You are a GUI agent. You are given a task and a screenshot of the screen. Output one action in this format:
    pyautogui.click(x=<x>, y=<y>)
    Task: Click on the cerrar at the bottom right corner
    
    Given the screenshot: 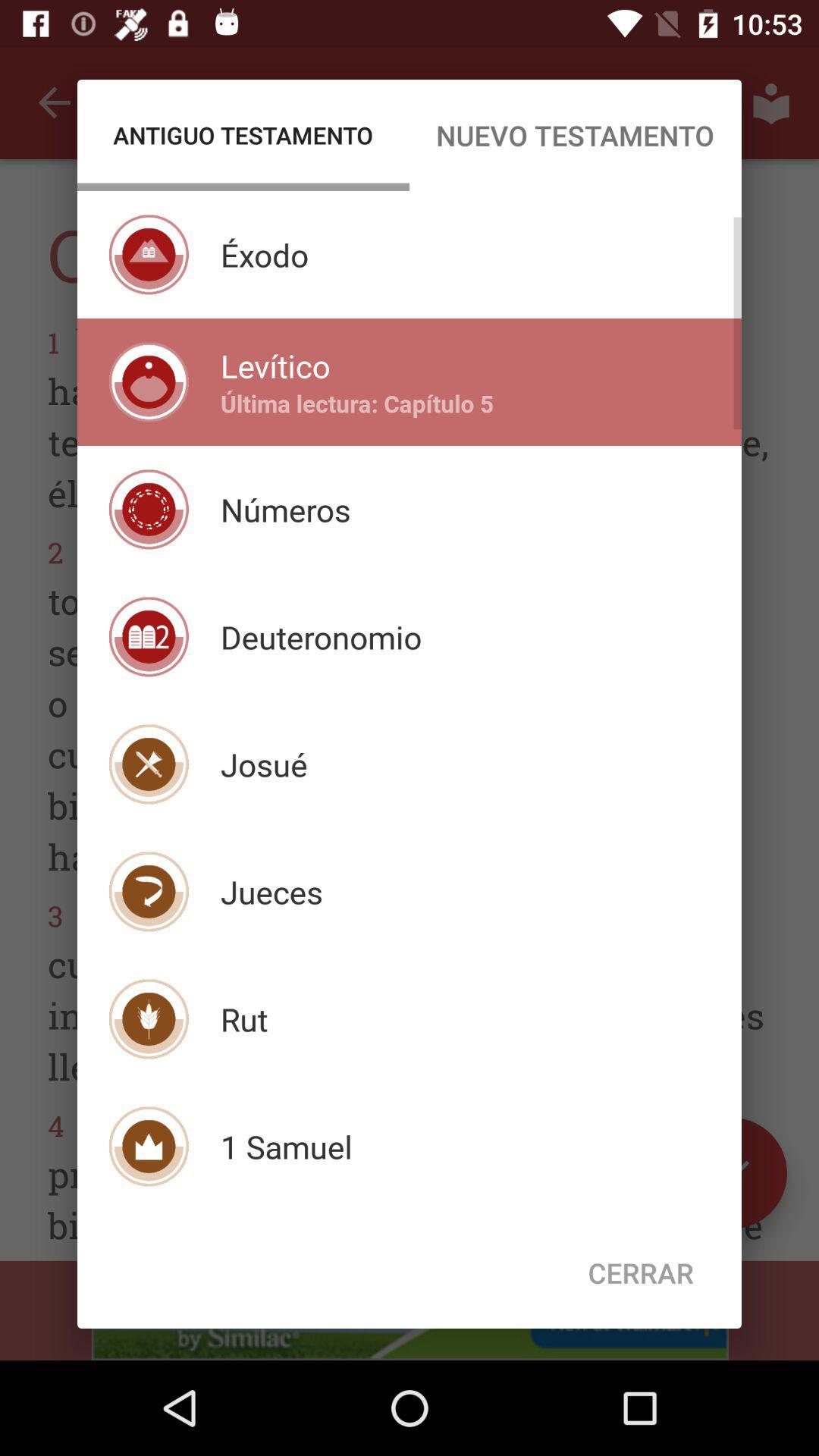 What is the action you would take?
    pyautogui.click(x=641, y=1272)
    